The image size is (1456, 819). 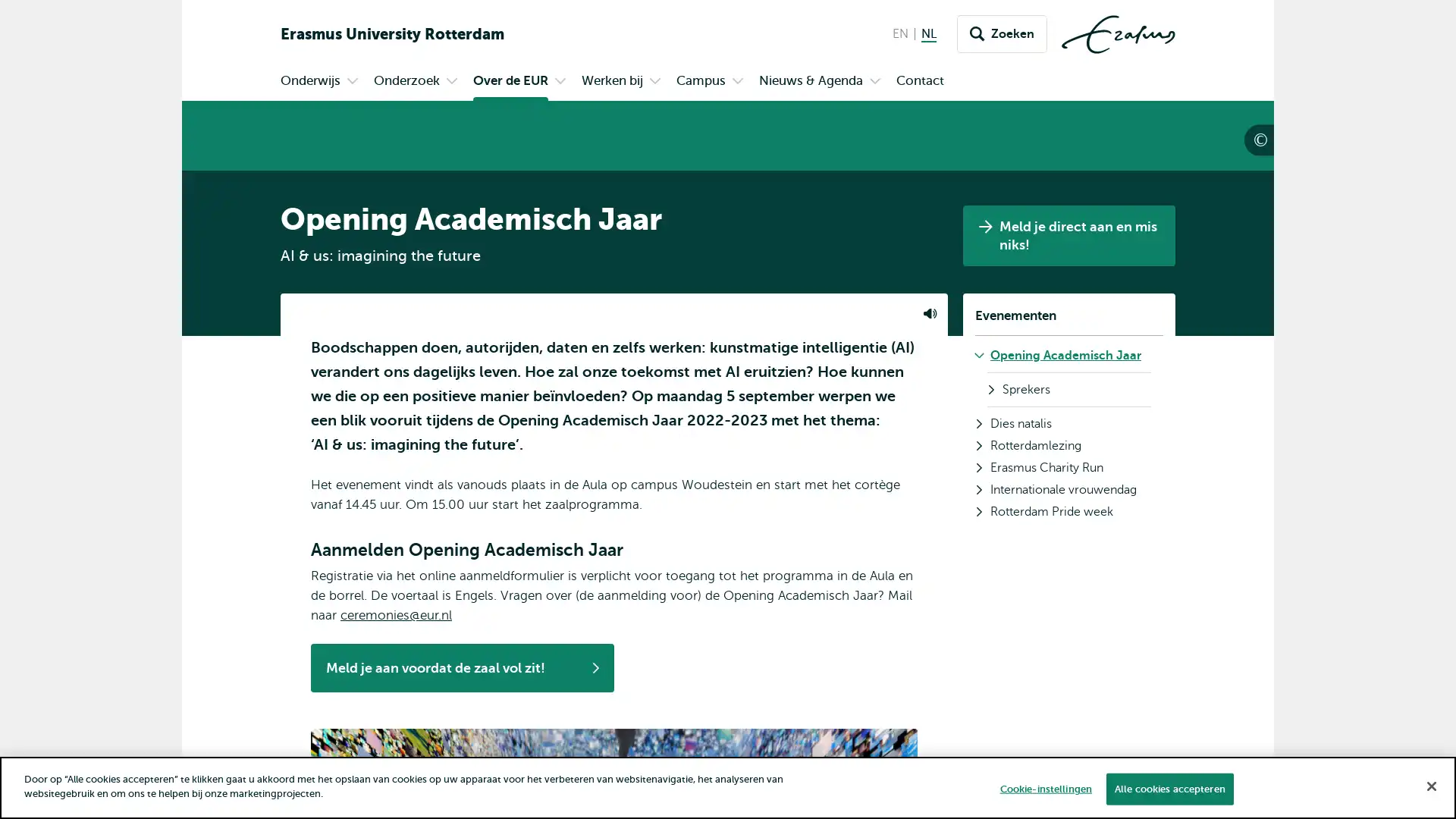 I want to click on Alle cookies accepteren, so click(x=1168, y=788).